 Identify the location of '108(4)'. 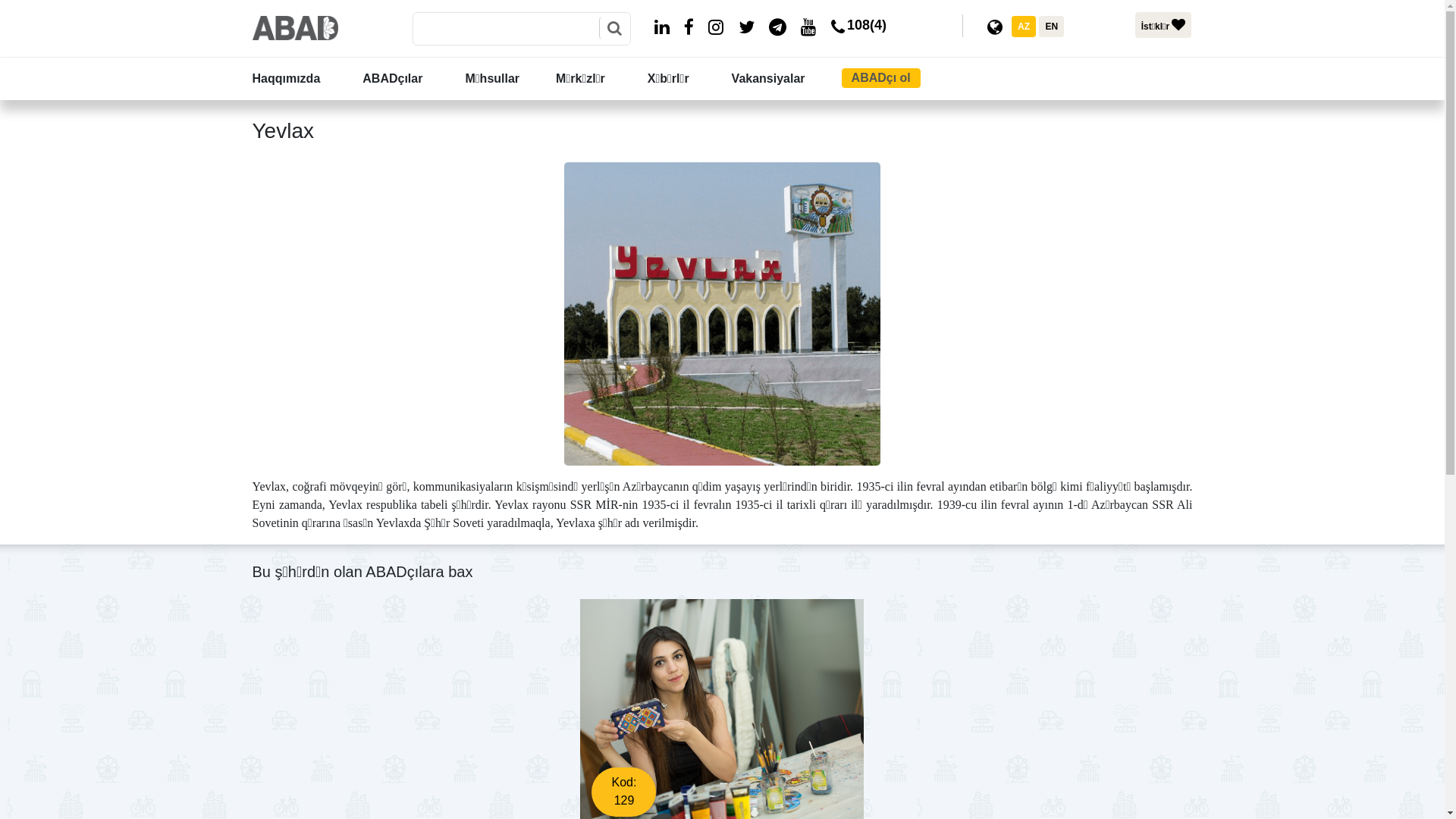
(855, 30).